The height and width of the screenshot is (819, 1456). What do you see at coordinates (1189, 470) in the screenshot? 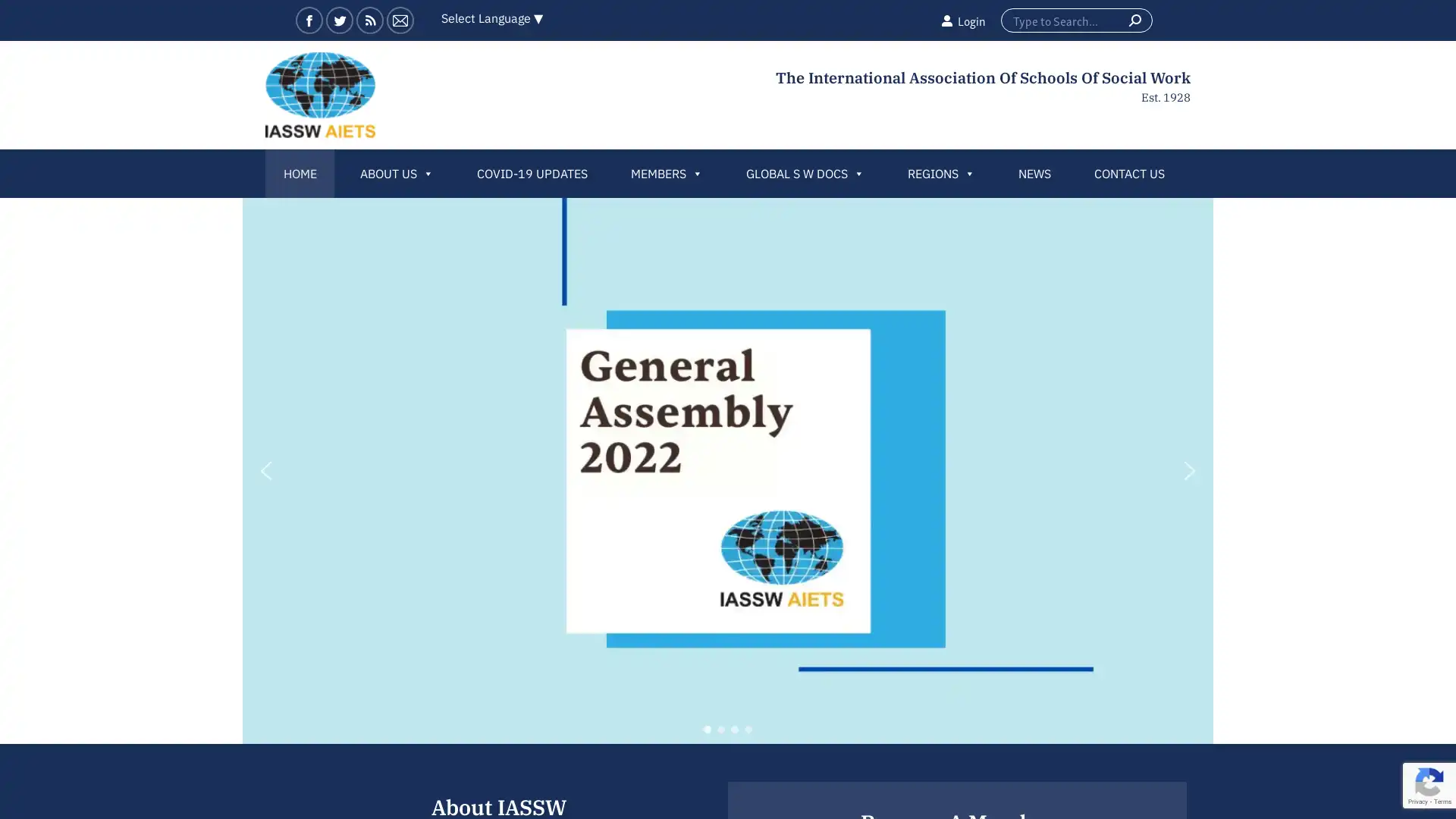
I see `next arrow` at bounding box center [1189, 470].